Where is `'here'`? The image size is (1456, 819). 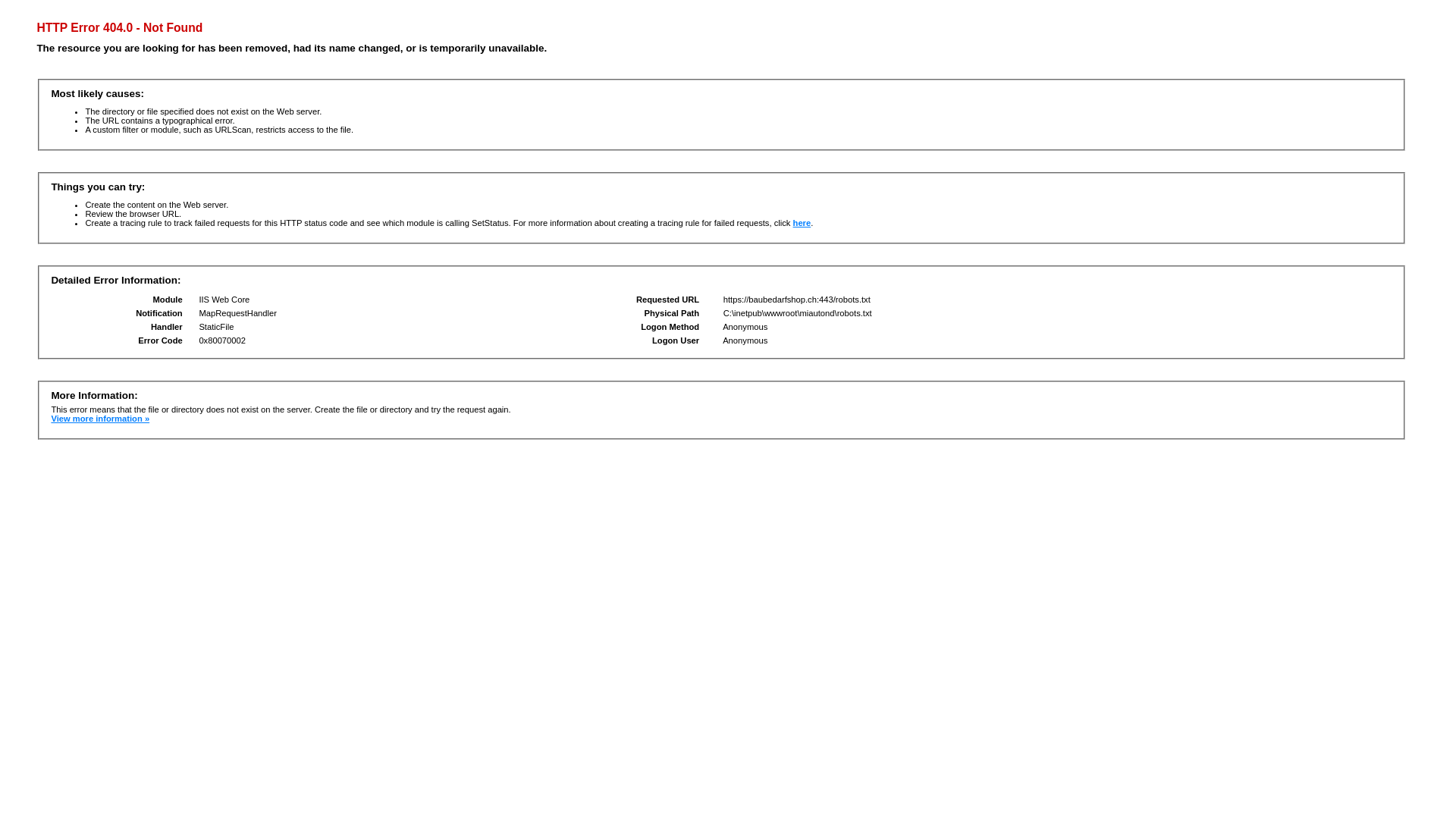 'here' is located at coordinates (801, 222).